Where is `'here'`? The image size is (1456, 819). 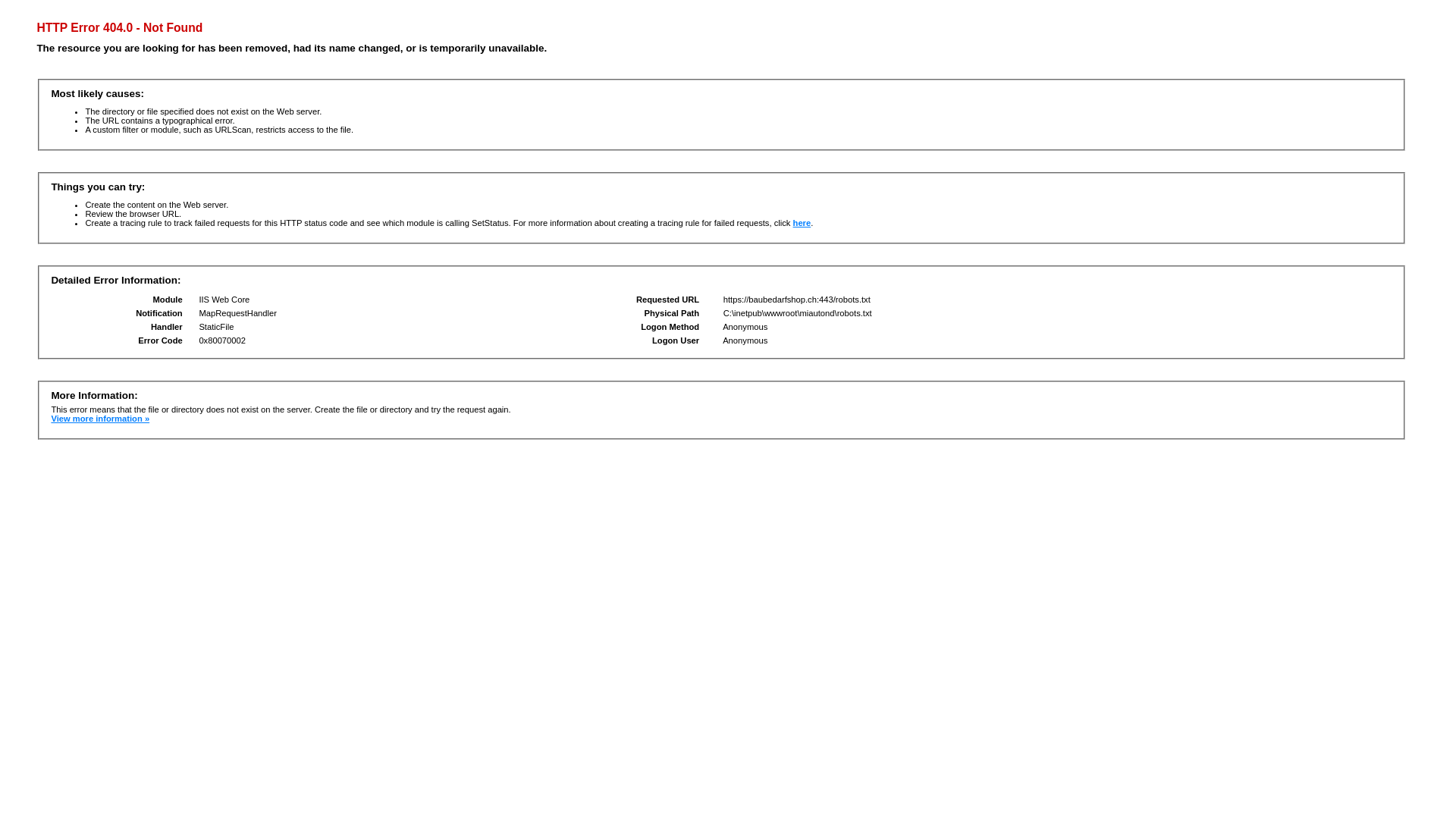 'here' is located at coordinates (801, 222).